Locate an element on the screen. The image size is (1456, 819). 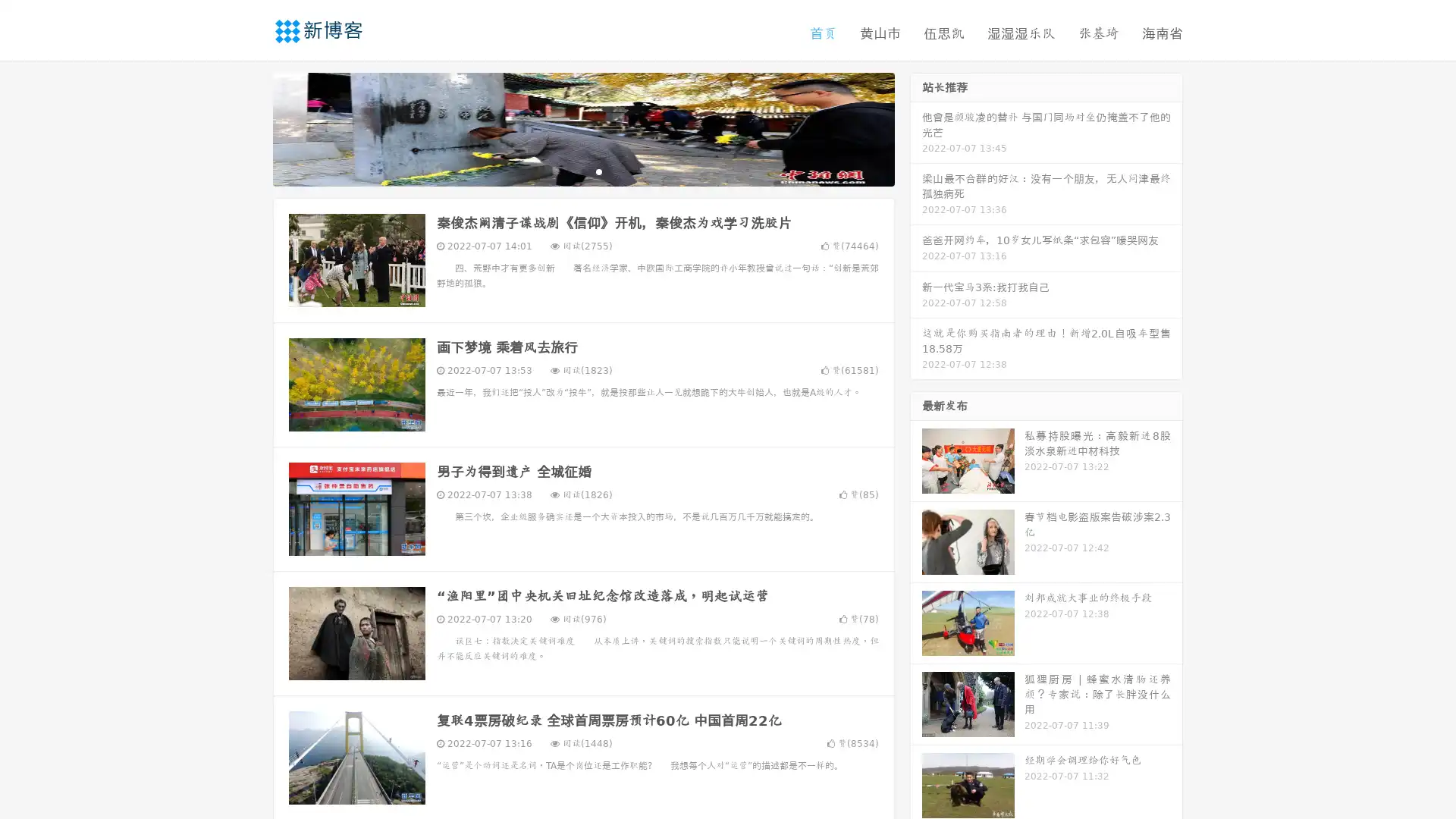
Previous slide is located at coordinates (250, 127).